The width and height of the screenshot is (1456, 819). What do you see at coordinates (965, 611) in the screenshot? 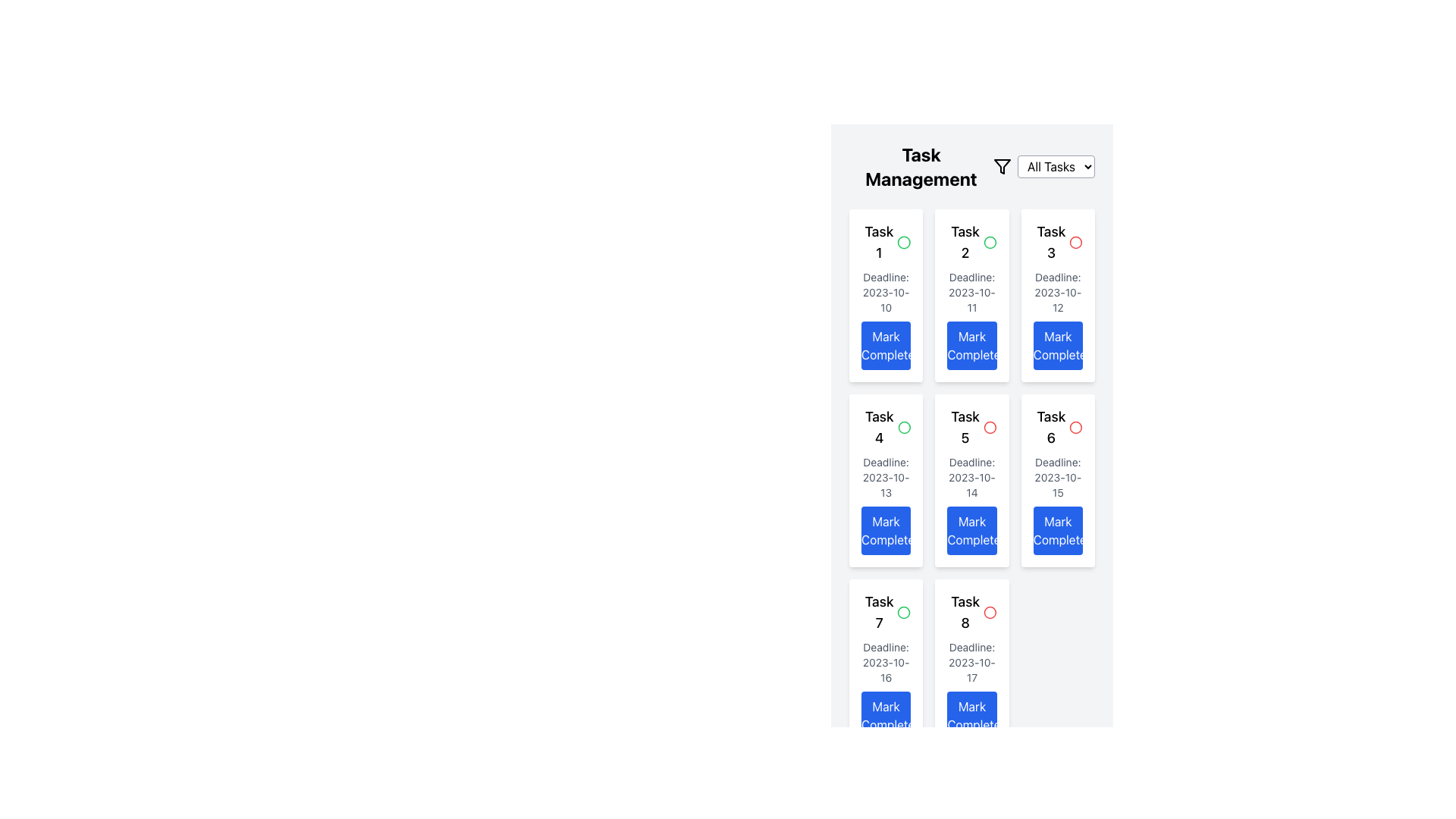
I see `the text label displaying 'Task 8', which is styled as a bold, medium-sized heading located in the bottom-right cell of a grid under 'Task Management'` at bounding box center [965, 611].